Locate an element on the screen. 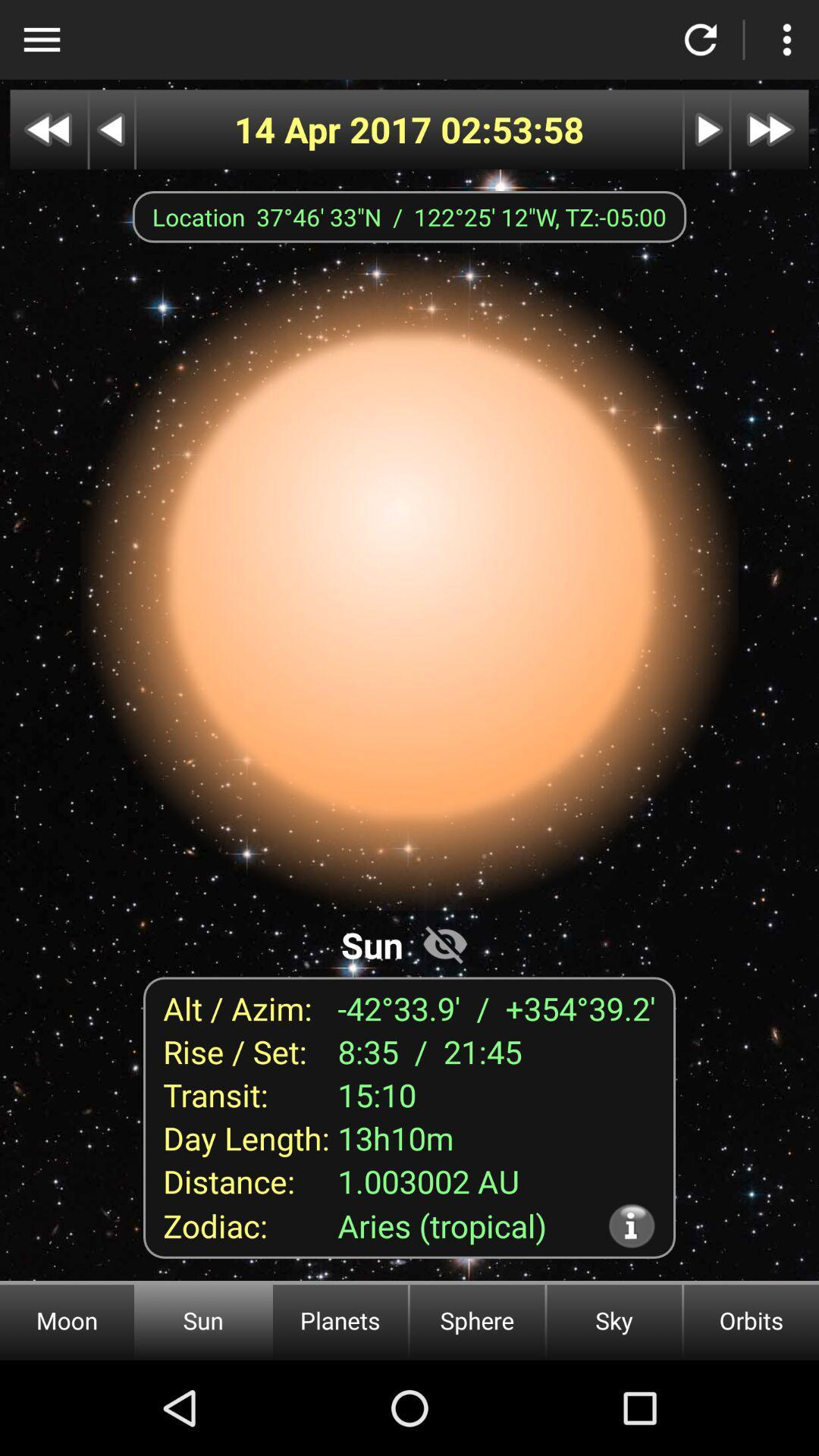  previous is located at coordinates (111, 130).